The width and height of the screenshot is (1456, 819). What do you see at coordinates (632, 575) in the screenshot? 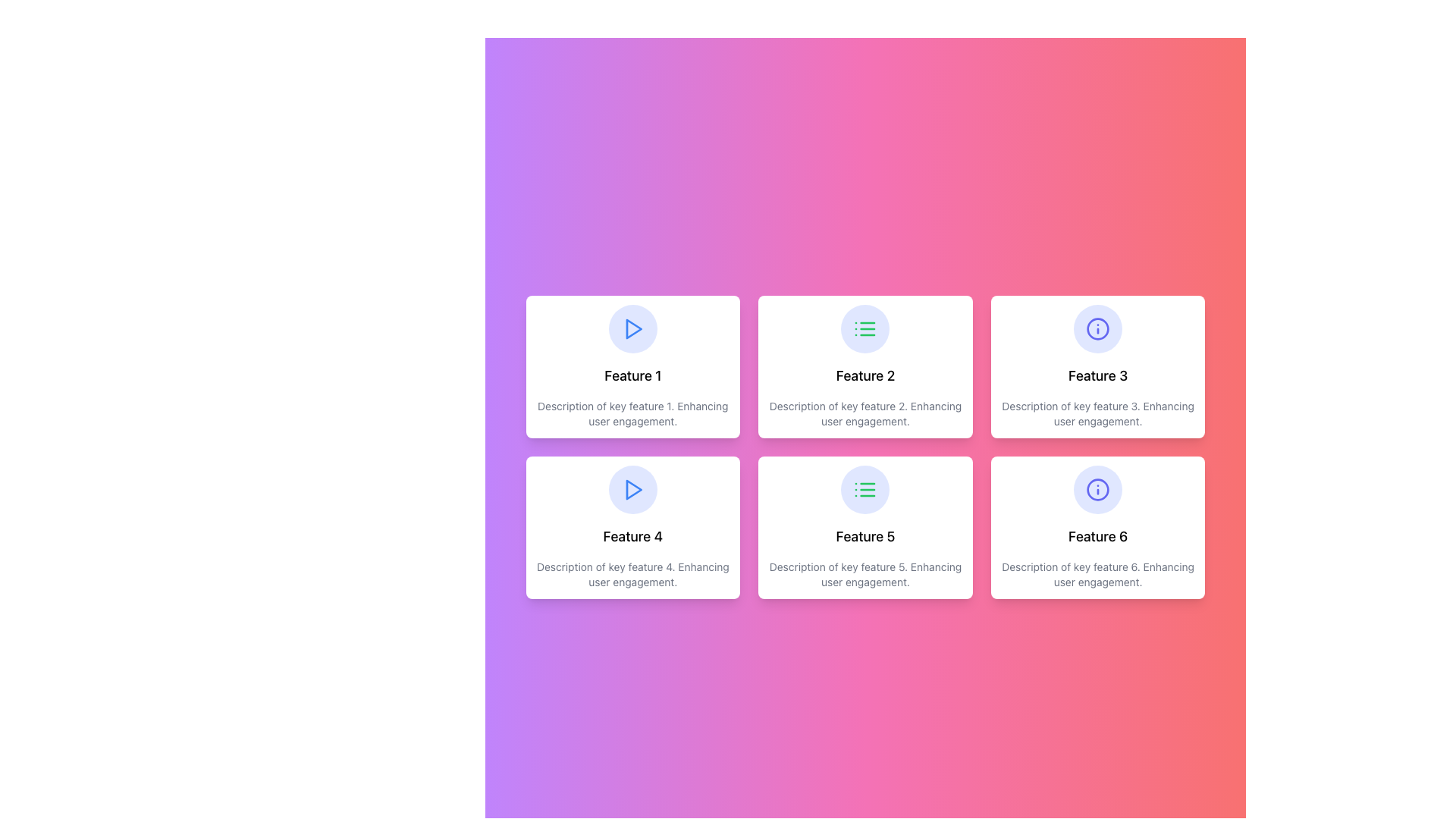
I see `the small, gray, centered text that reads 'Description of key feature 4. Enhancing user engagement.' located within the feature box below the title 'Feature 4'` at bounding box center [632, 575].